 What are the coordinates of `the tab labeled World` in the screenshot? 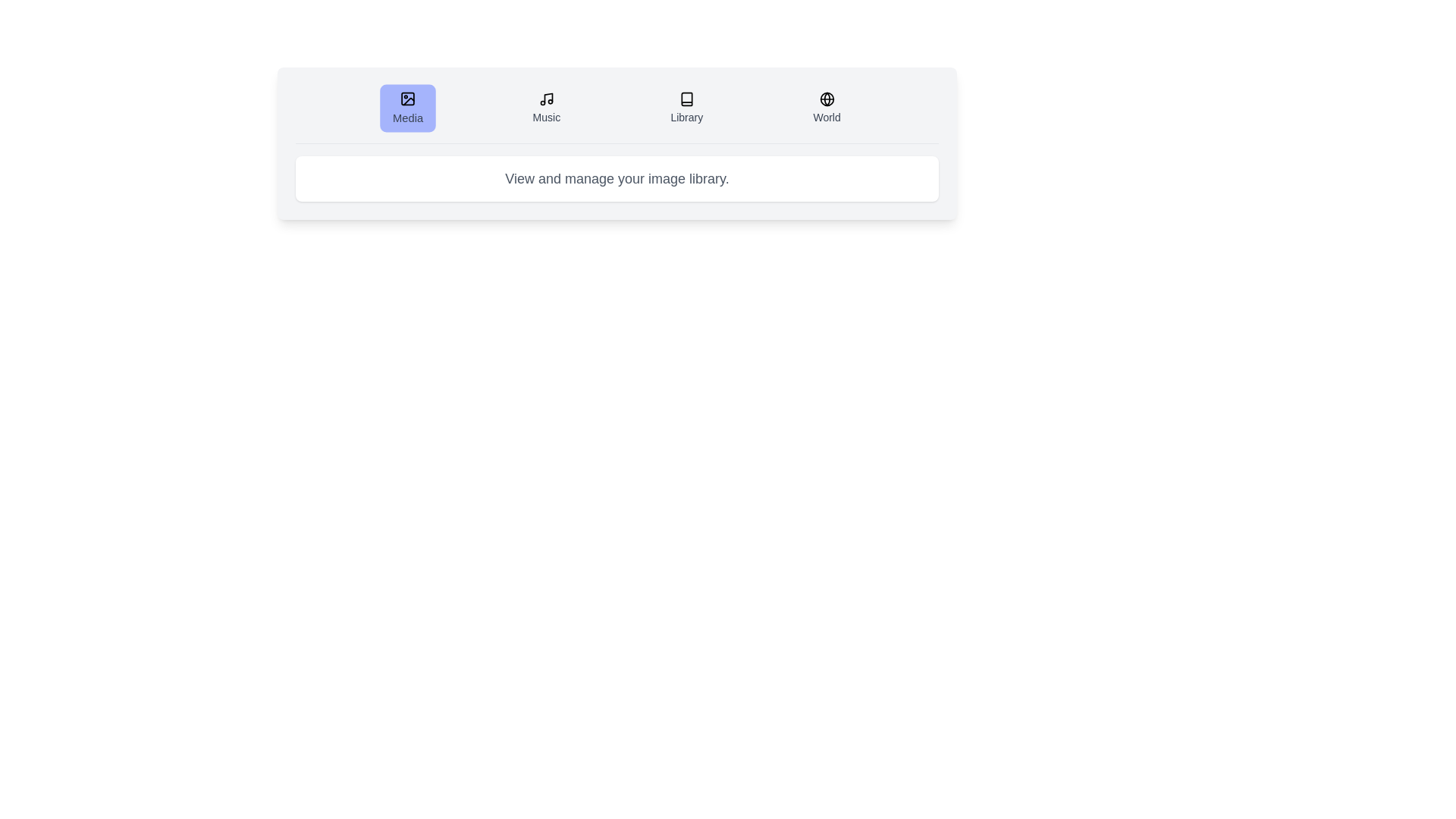 It's located at (825, 107).